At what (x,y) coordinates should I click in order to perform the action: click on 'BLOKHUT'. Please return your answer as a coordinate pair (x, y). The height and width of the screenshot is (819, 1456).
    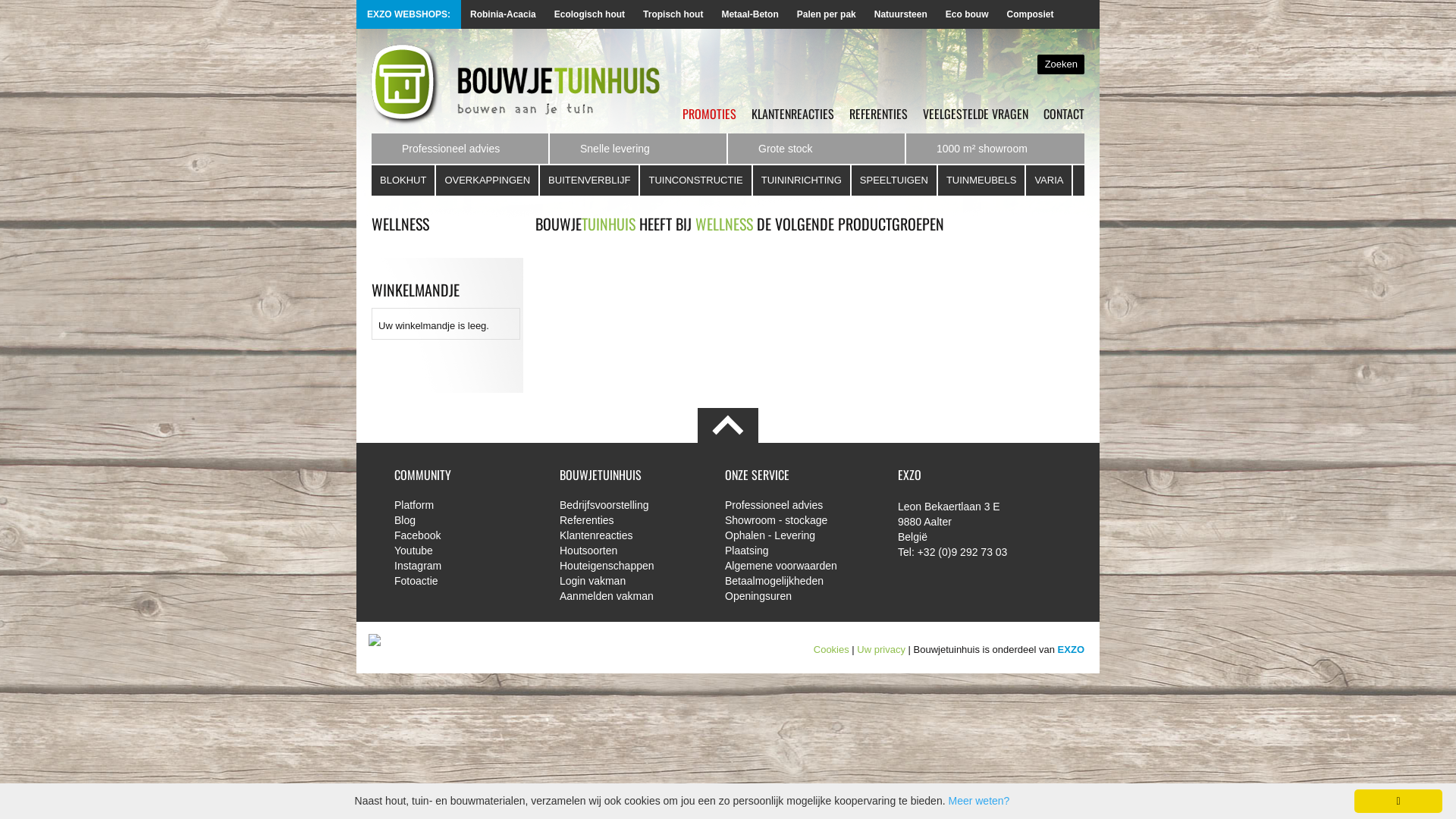
    Looking at the image, I should click on (371, 180).